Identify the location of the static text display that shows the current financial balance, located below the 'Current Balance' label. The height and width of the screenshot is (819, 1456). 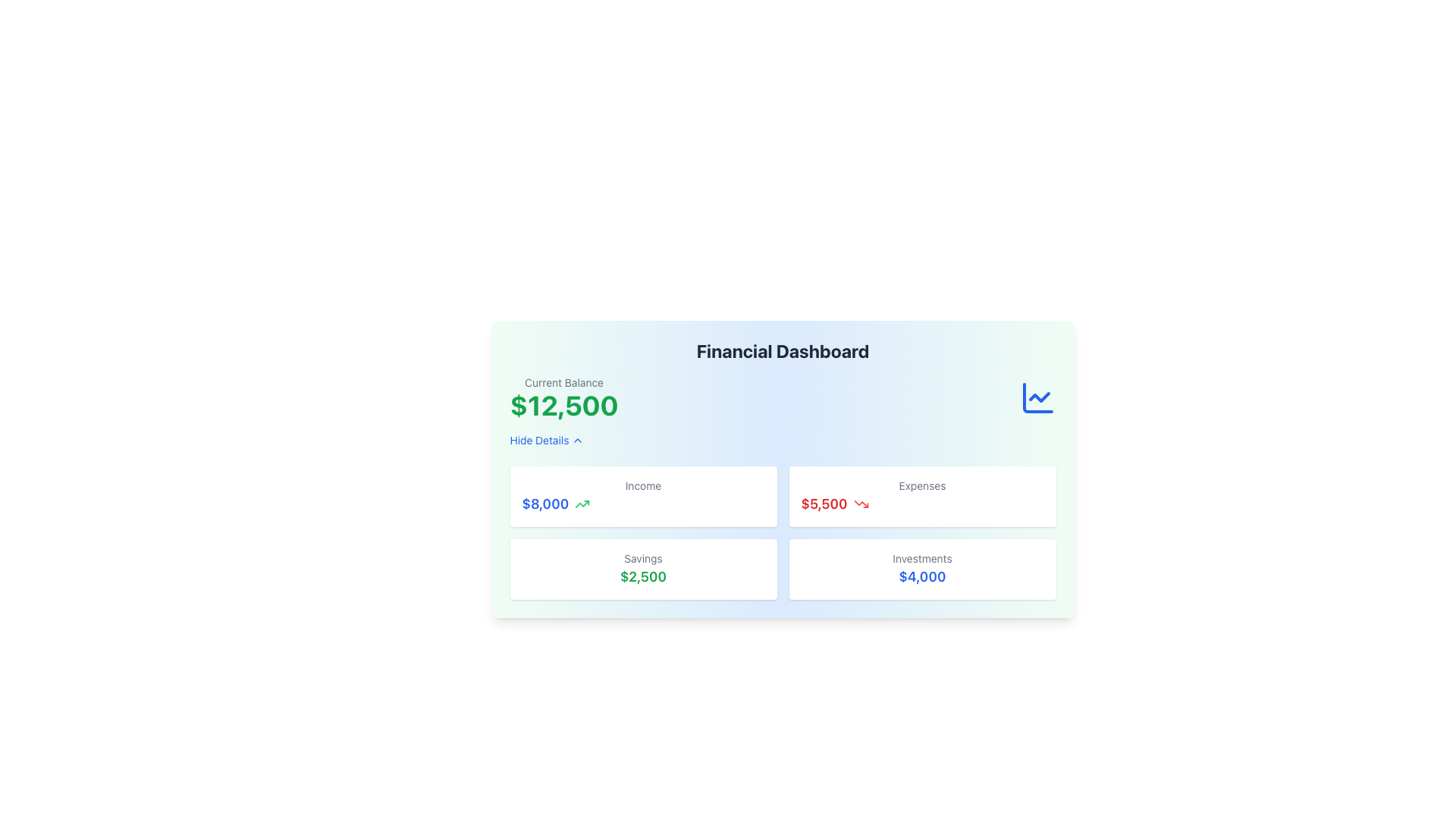
(563, 405).